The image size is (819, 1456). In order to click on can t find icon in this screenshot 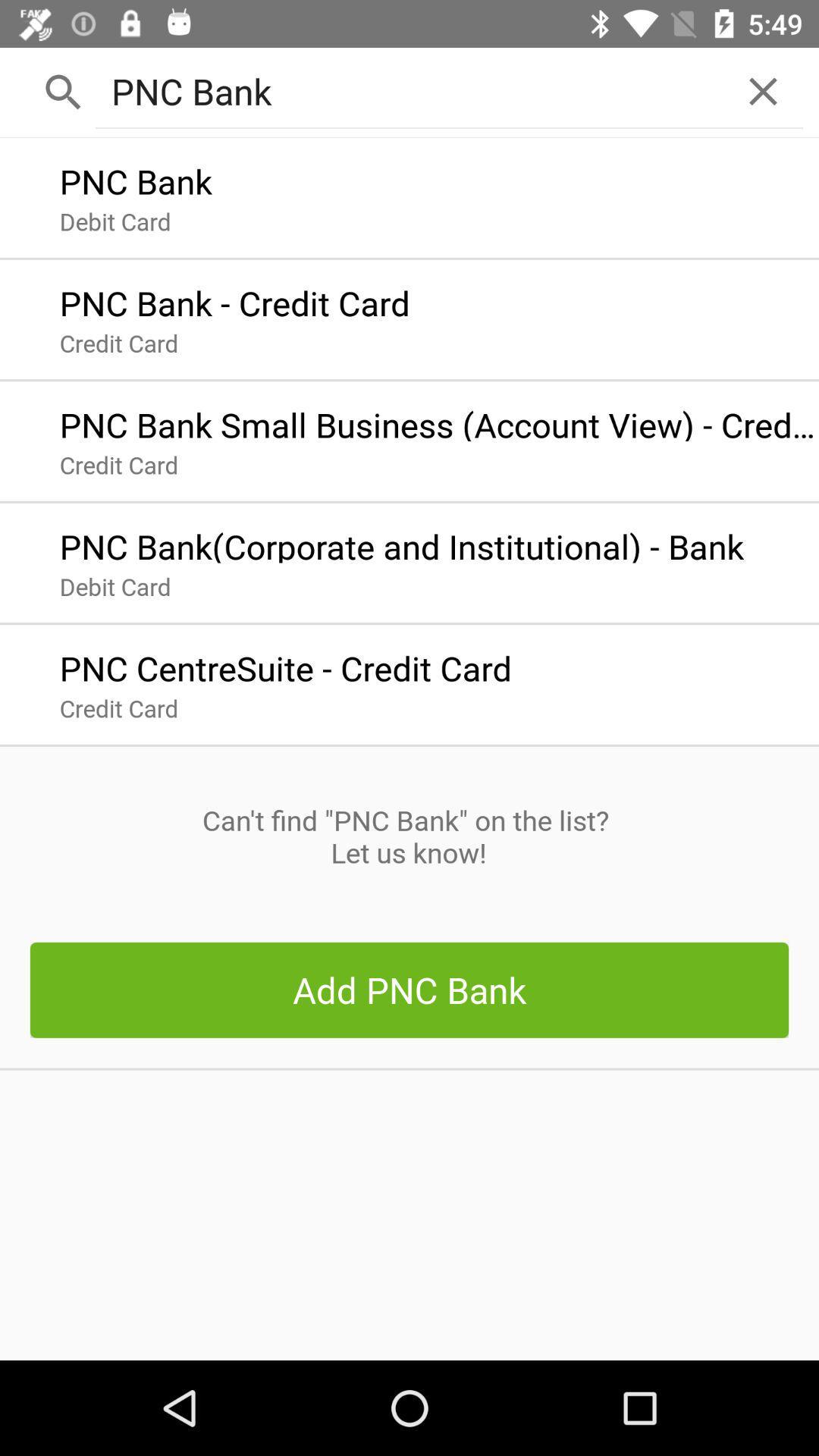, I will do `click(408, 836)`.